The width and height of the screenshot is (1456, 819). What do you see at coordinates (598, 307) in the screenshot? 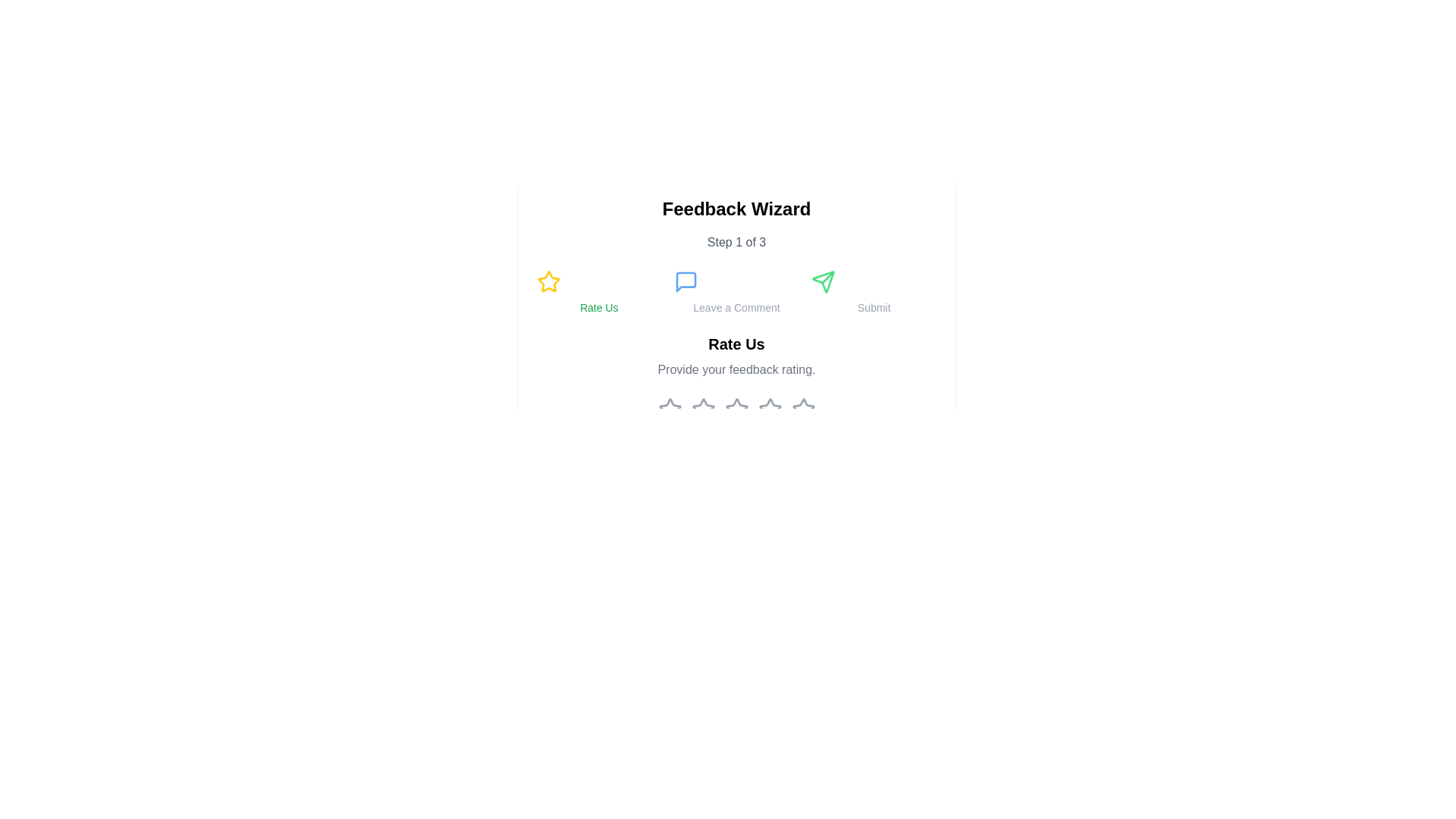
I see `the 'Rate Us' static text label, which is displayed in a green font and is part of the user feedback section, located beneath a yellow star icon` at bounding box center [598, 307].